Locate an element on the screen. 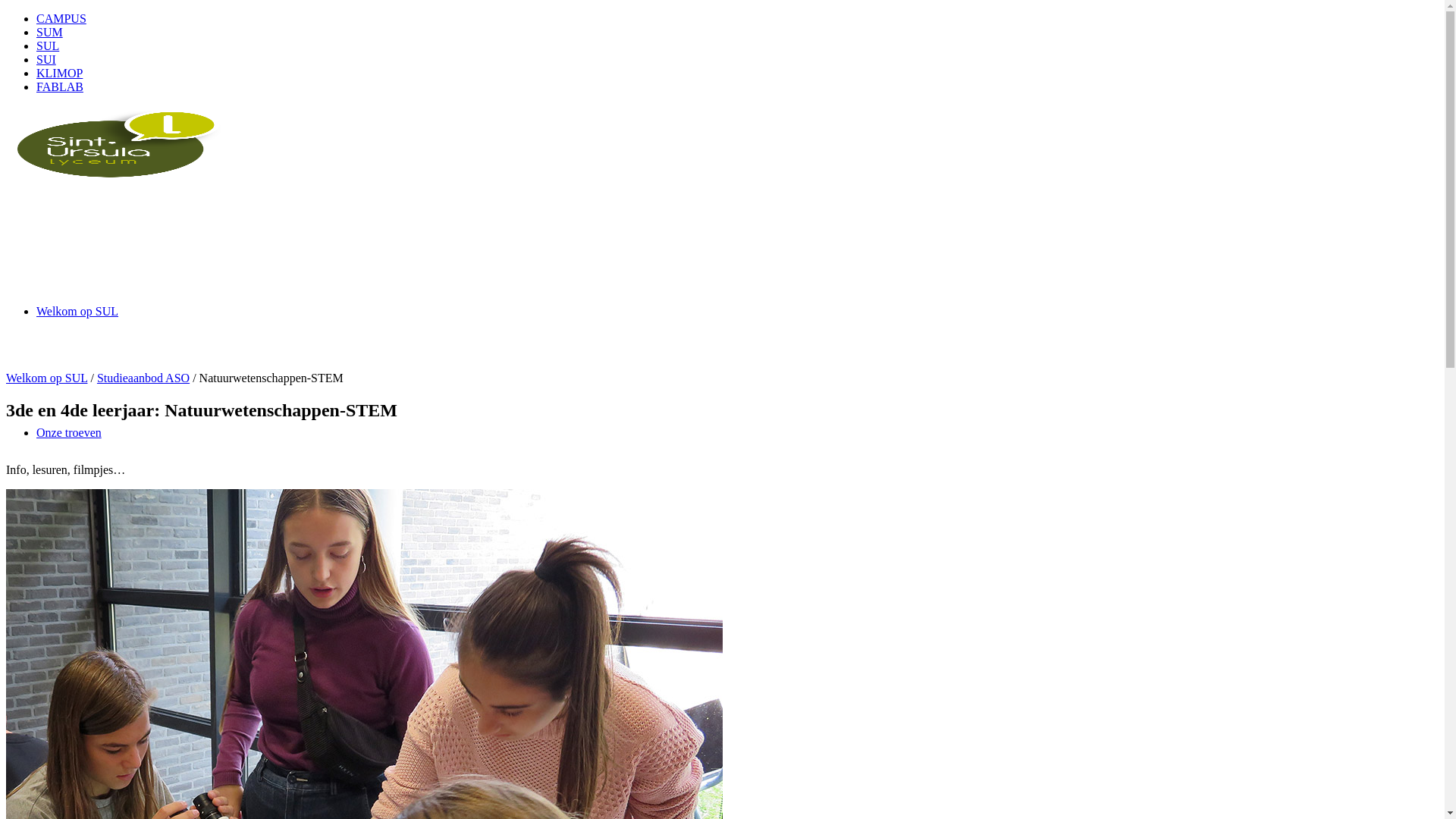 This screenshot has height=819, width=1456. 'Studieaanbod' is located at coordinates (68, 554).